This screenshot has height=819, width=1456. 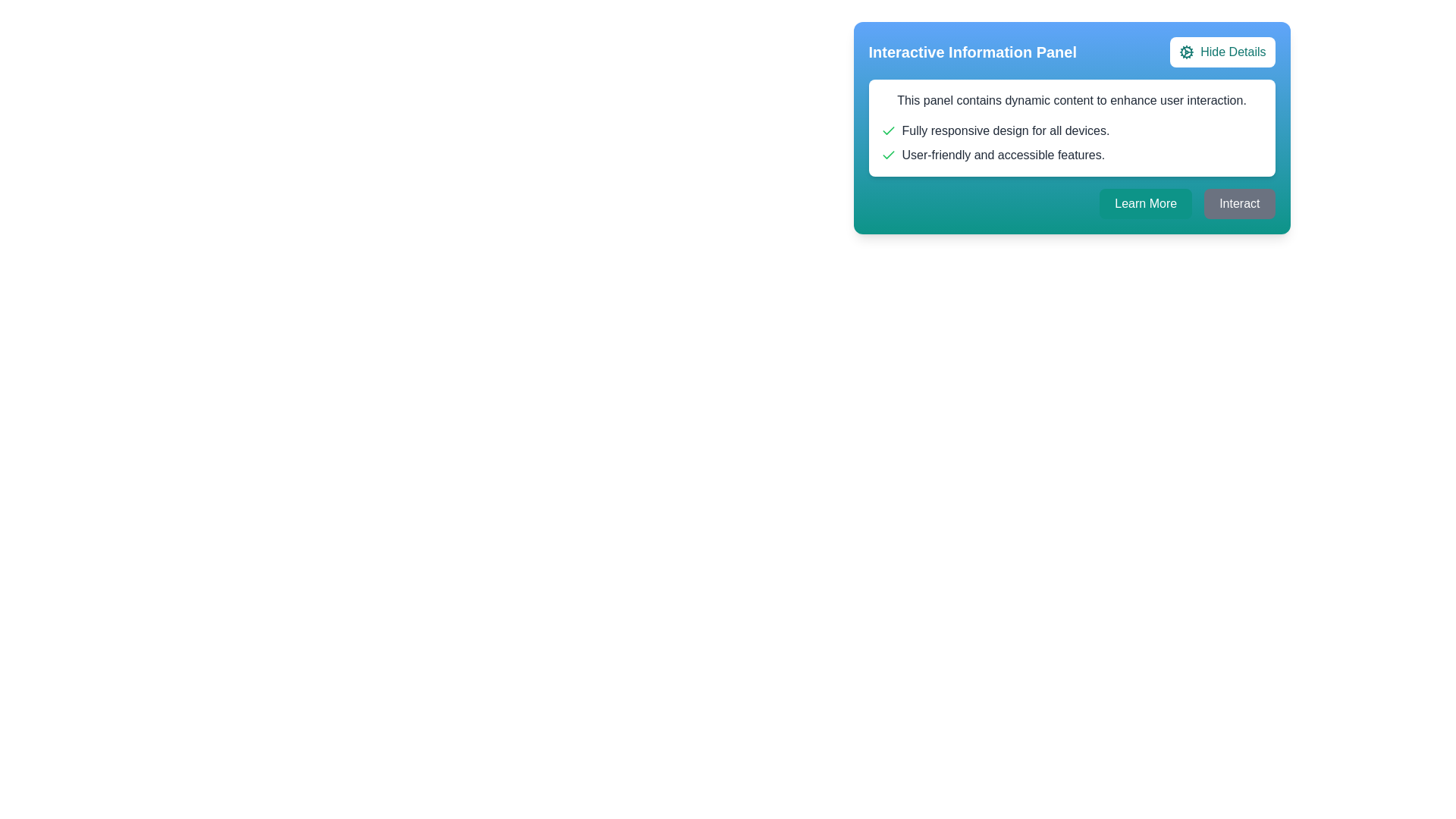 What do you see at coordinates (1071, 52) in the screenshot?
I see `the cog icon for settings in the Panel Header with a blue gradient background and the button labeled 'Hide Details.'` at bounding box center [1071, 52].